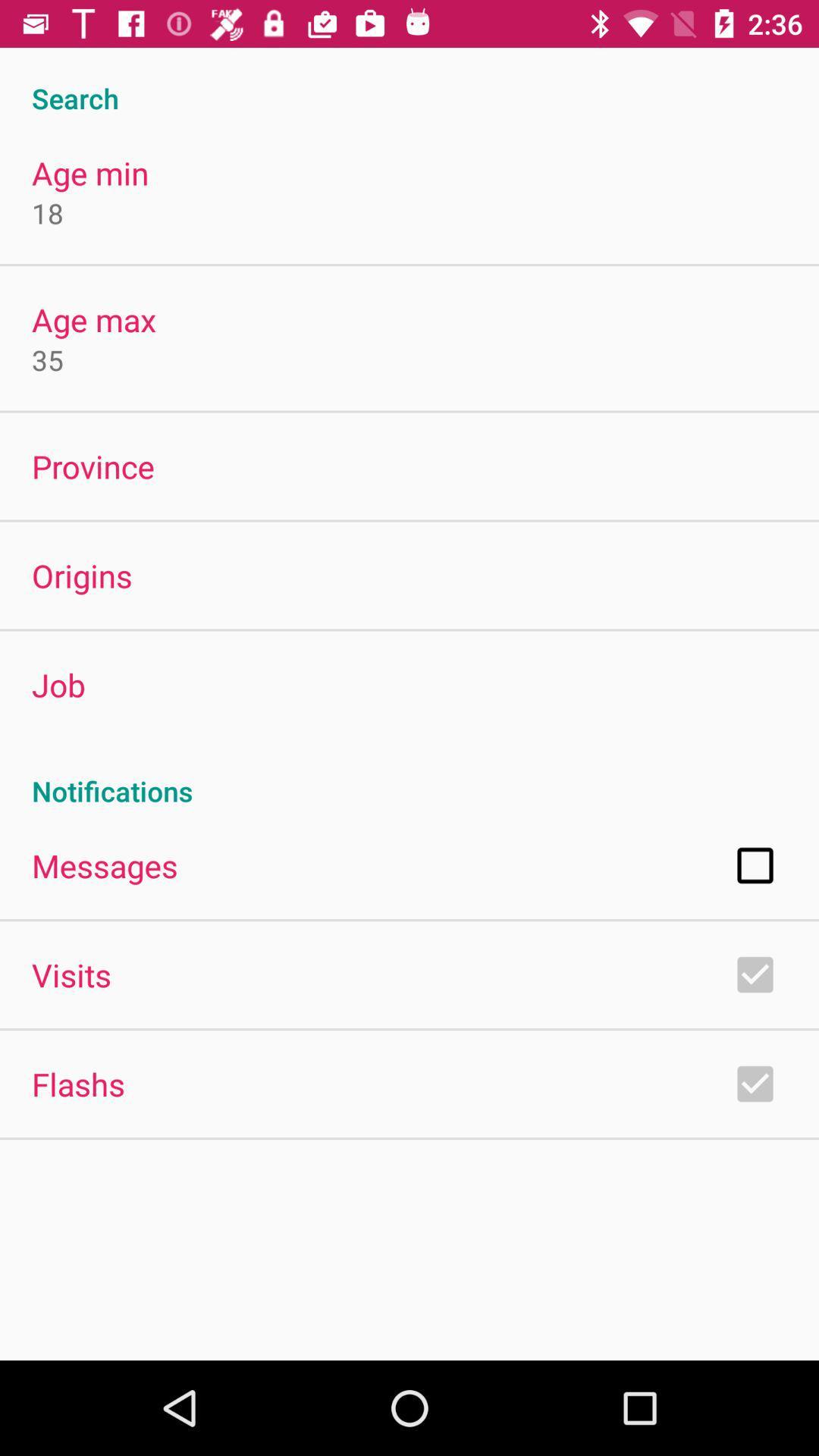 The height and width of the screenshot is (1456, 819). I want to click on the 35 icon, so click(46, 359).